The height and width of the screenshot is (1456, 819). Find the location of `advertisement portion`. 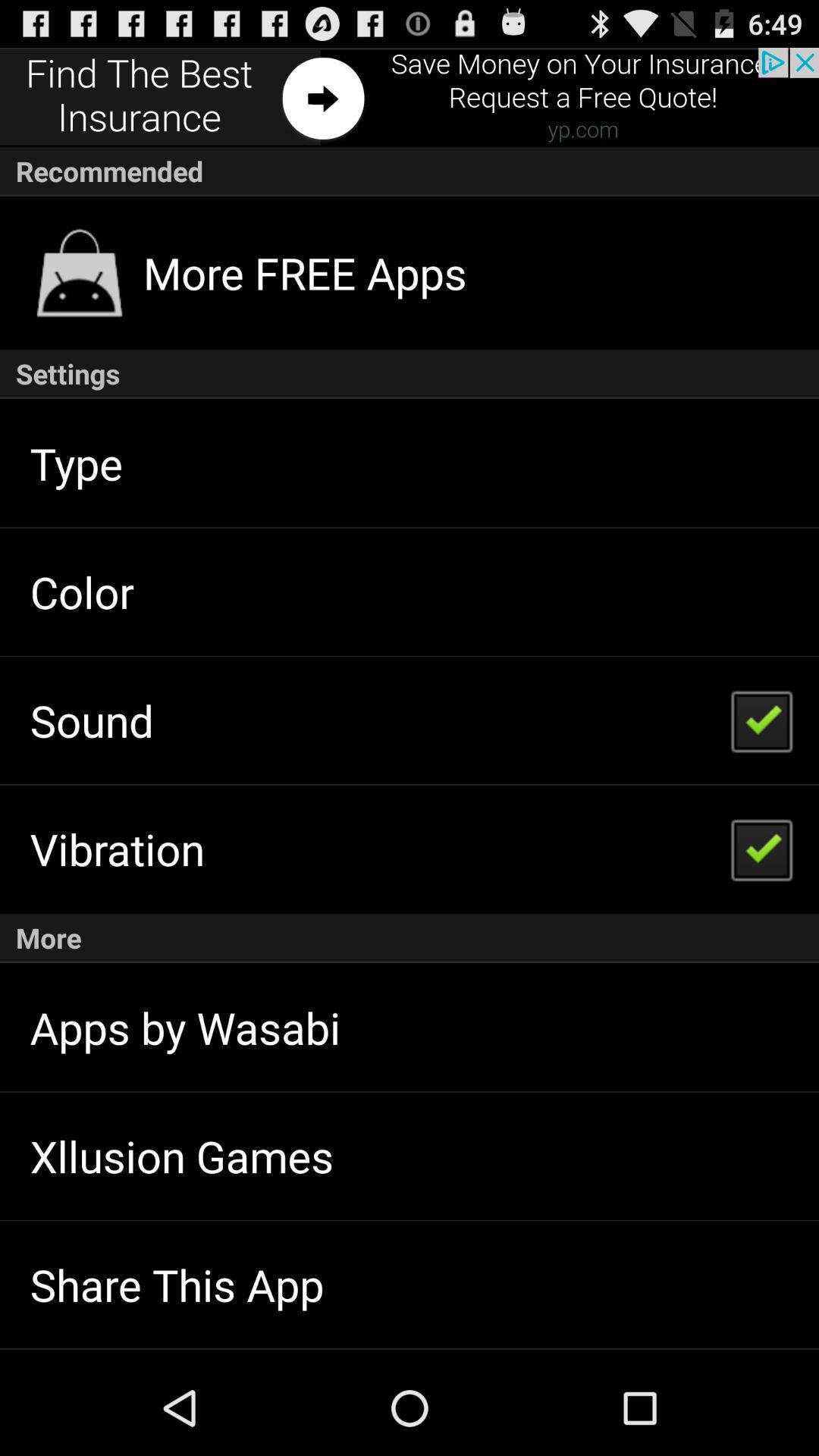

advertisement portion is located at coordinates (409, 96).